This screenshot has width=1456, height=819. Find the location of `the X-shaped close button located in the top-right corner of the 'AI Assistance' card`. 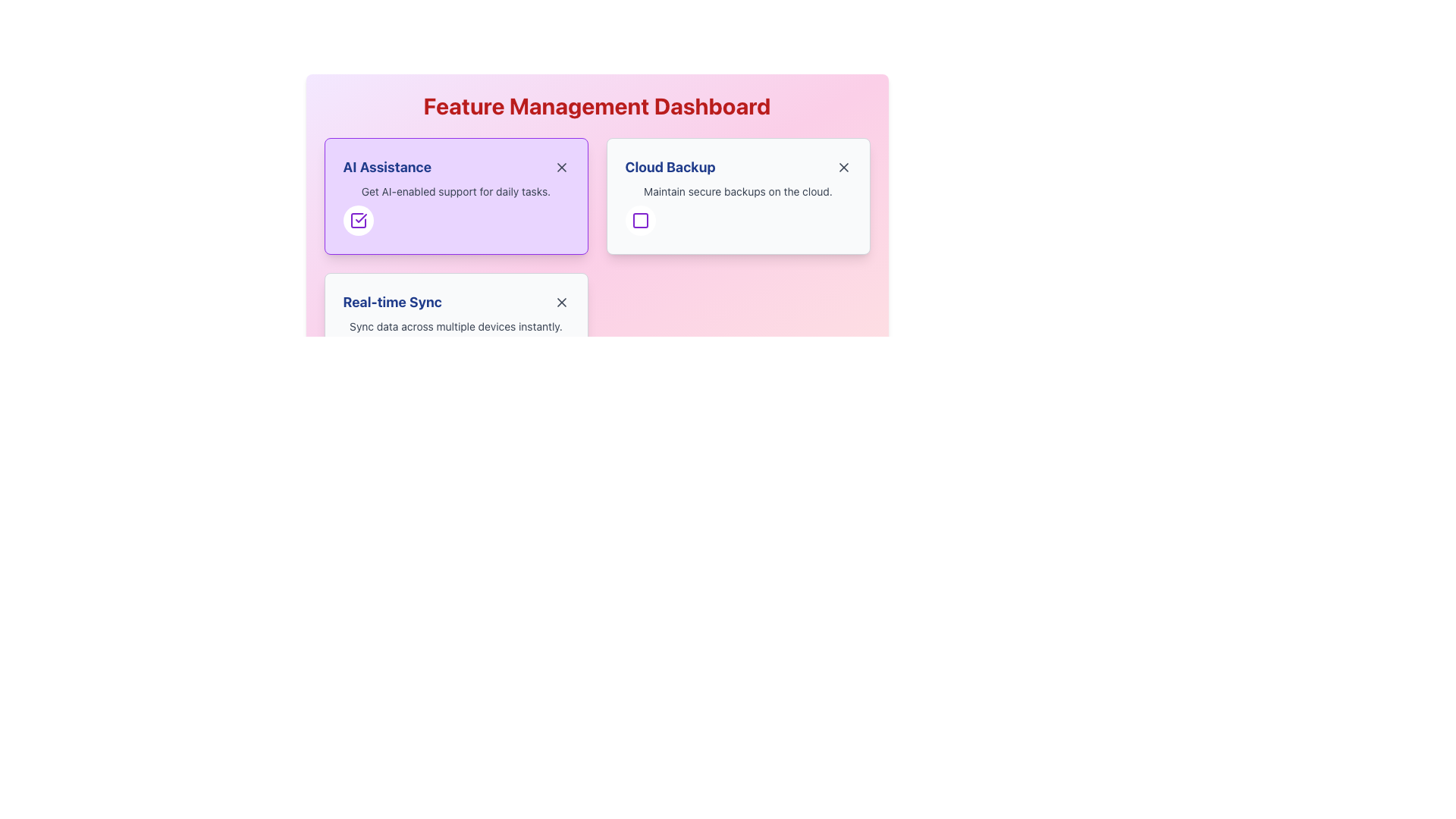

the X-shaped close button located in the top-right corner of the 'AI Assistance' card is located at coordinates (560, 167).